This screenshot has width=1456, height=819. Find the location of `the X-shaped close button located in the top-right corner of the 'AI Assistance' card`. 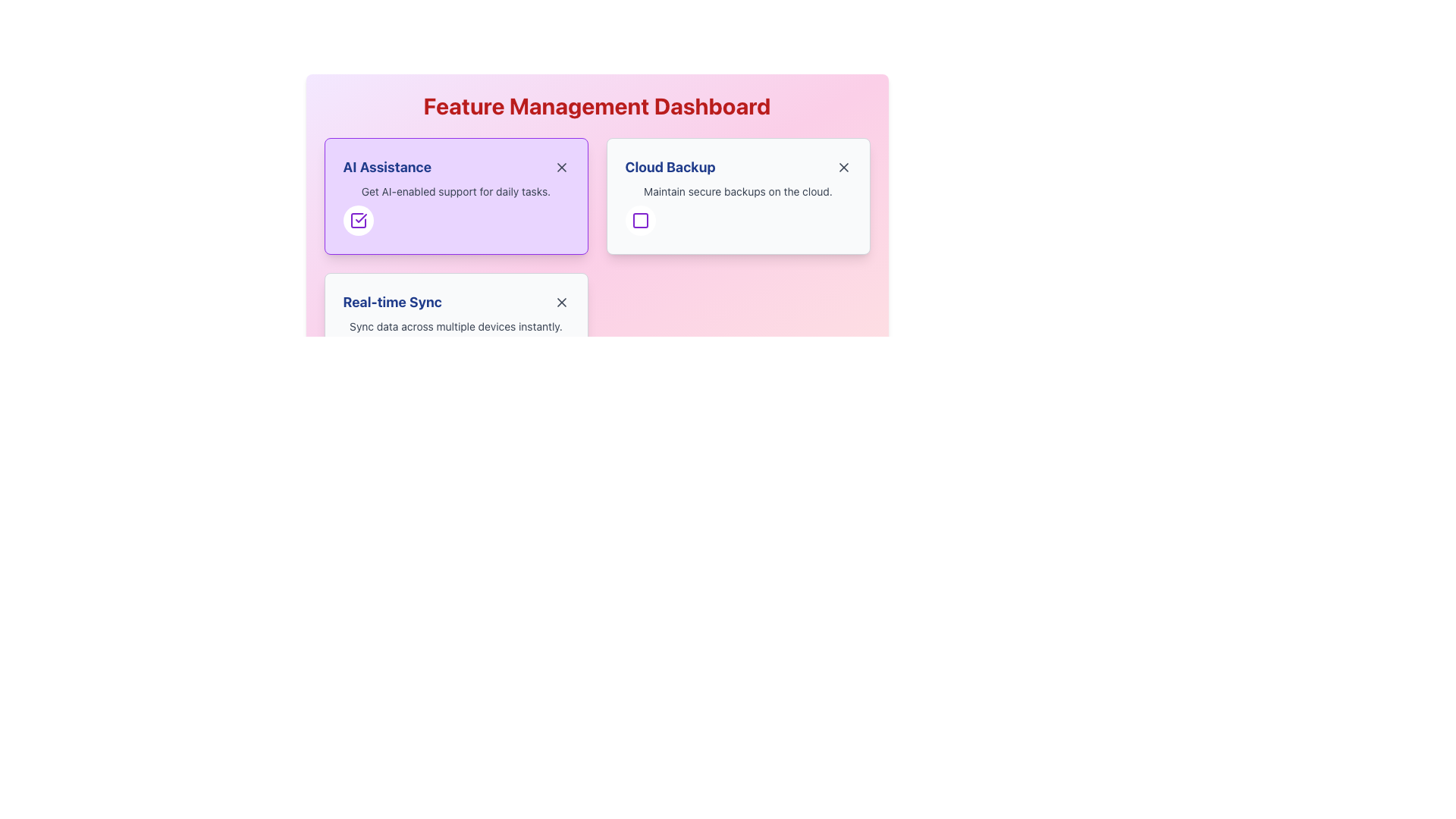

the X-shaped close button located in the top-right corner of the 'AI Assistance' card is located at coordinates (560, 167).